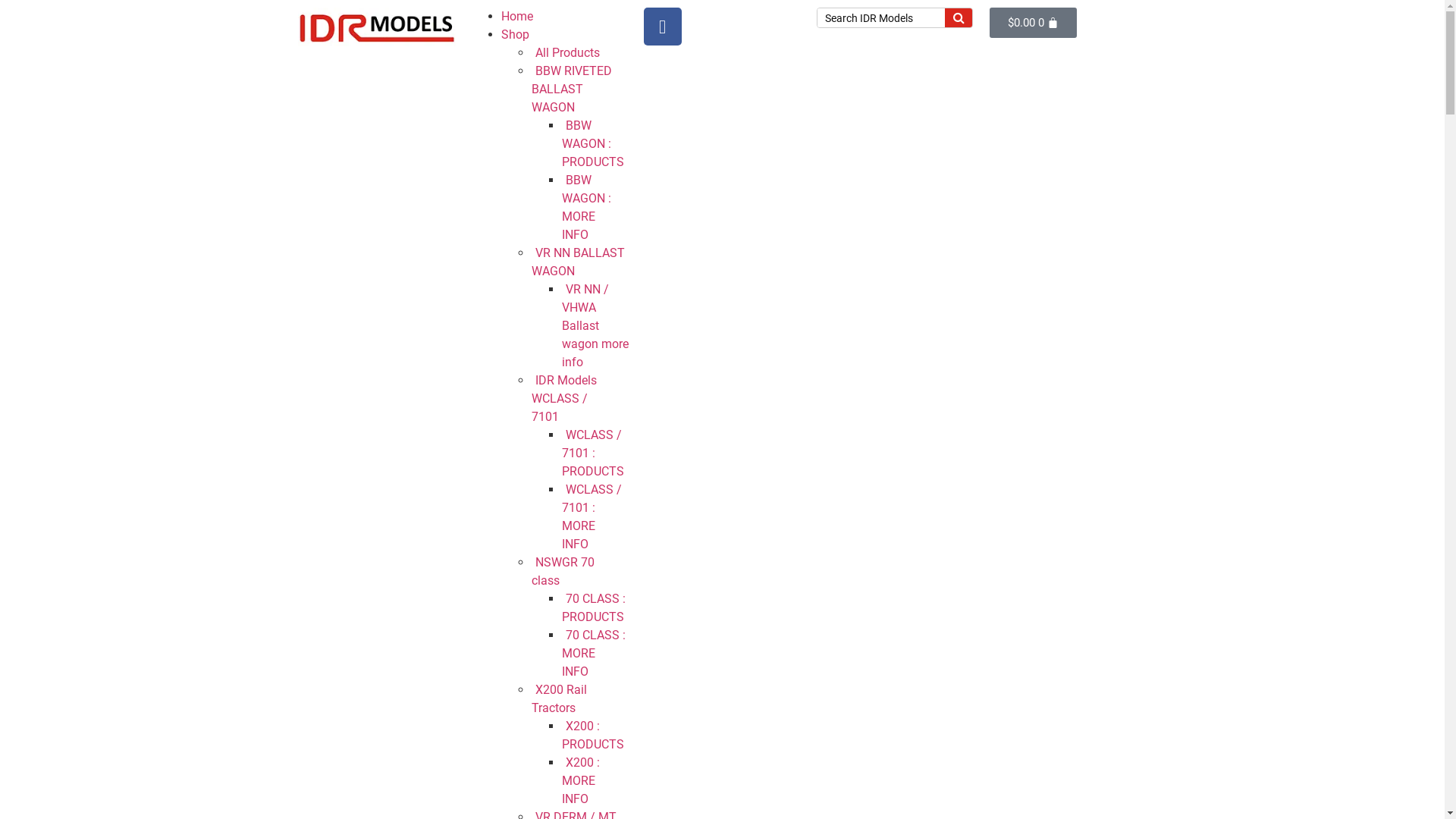 The image size is (1456, 819). Describe the element at coordinates (375, 26) in the screenshot. I see `'logo'` at that location.